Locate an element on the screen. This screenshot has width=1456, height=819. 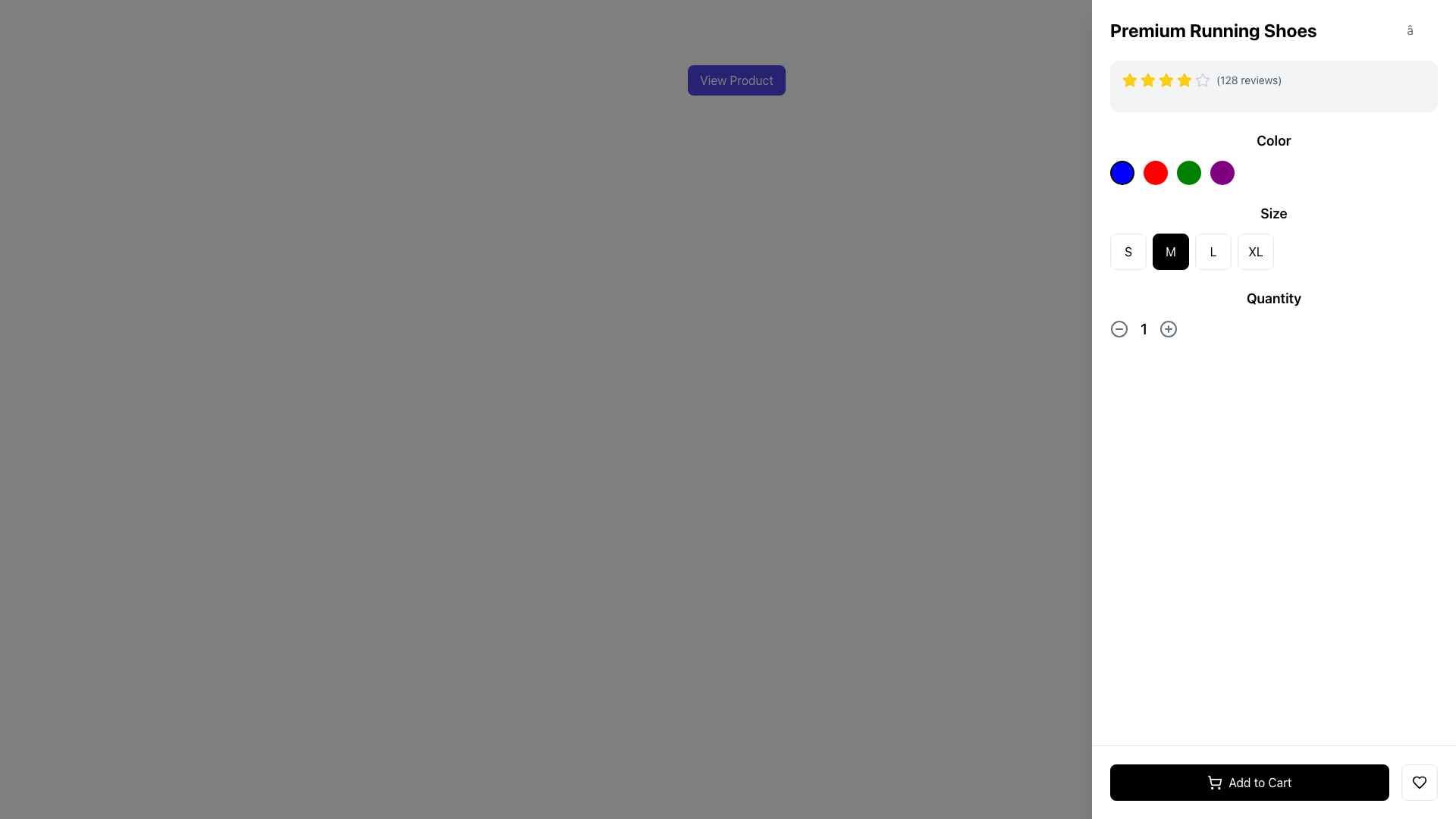
the second star icon in the rating system, which represents a rating of two out of five, located in the rating section near the top of the product panel on the right side of the interface is located at coordinates (1147, 80).